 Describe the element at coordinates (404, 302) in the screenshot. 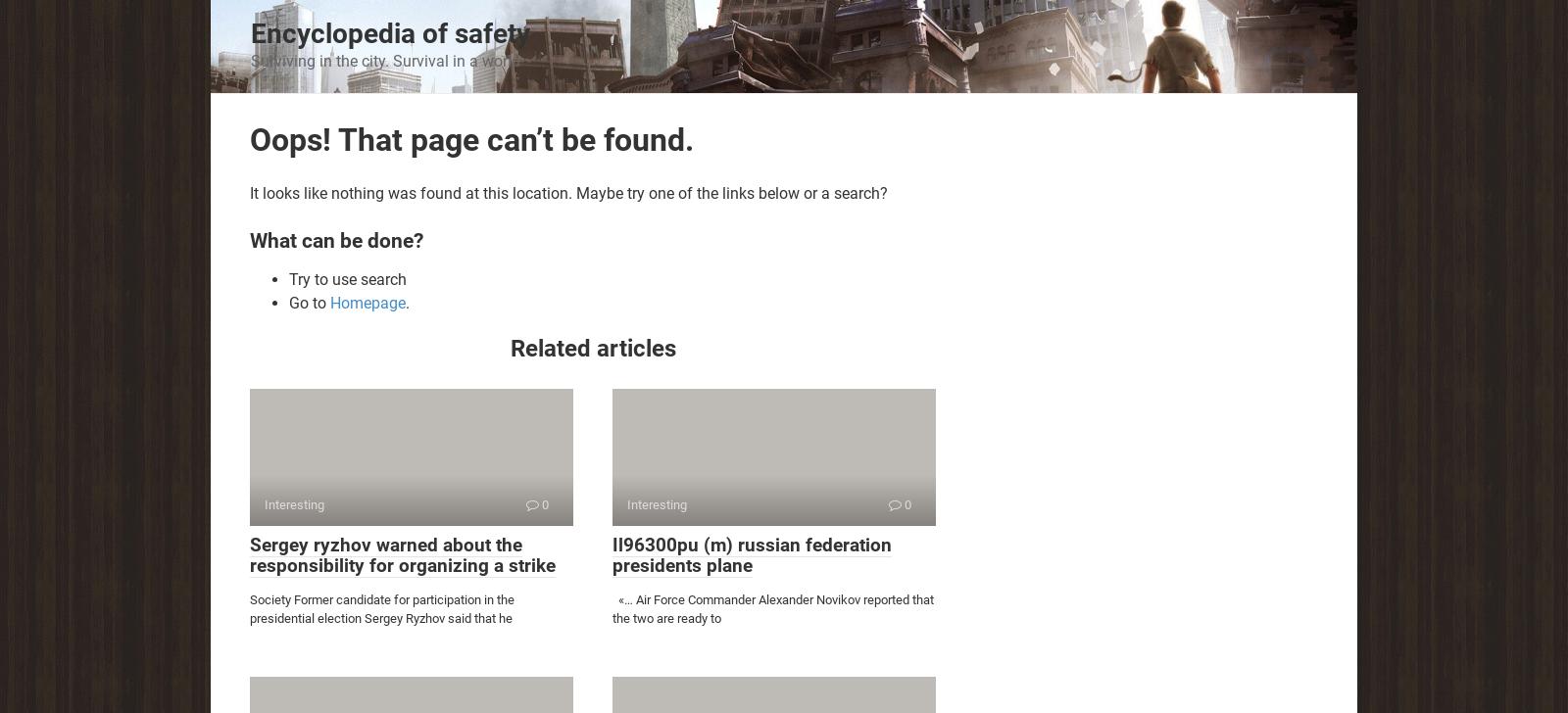

I see `'.'` at that location.